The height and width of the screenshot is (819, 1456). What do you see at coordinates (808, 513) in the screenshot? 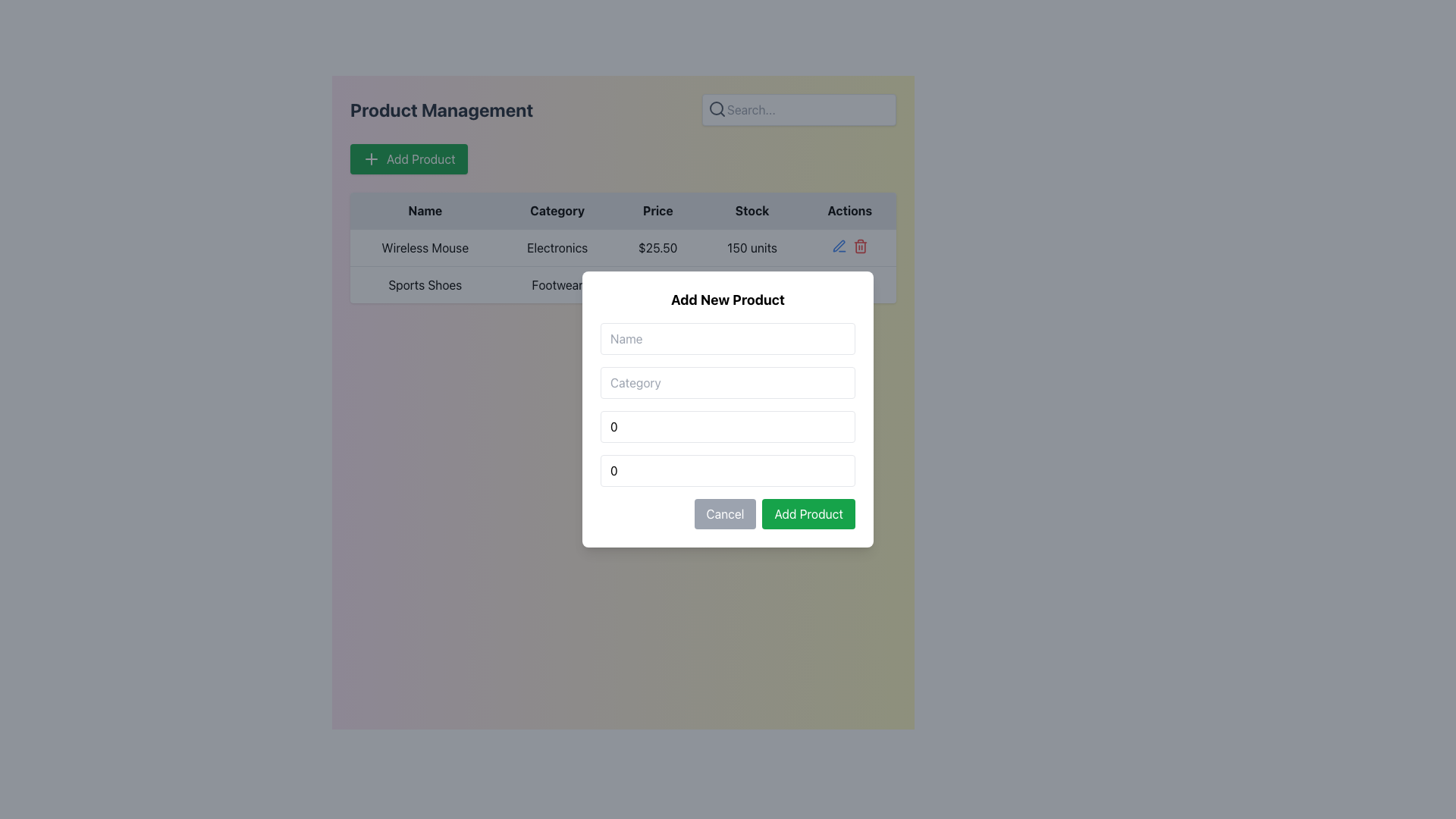
I see `the 'Add Product' button, which has a green background and white text, located on the right side of the modal footer` at bounding box center [808, 513].